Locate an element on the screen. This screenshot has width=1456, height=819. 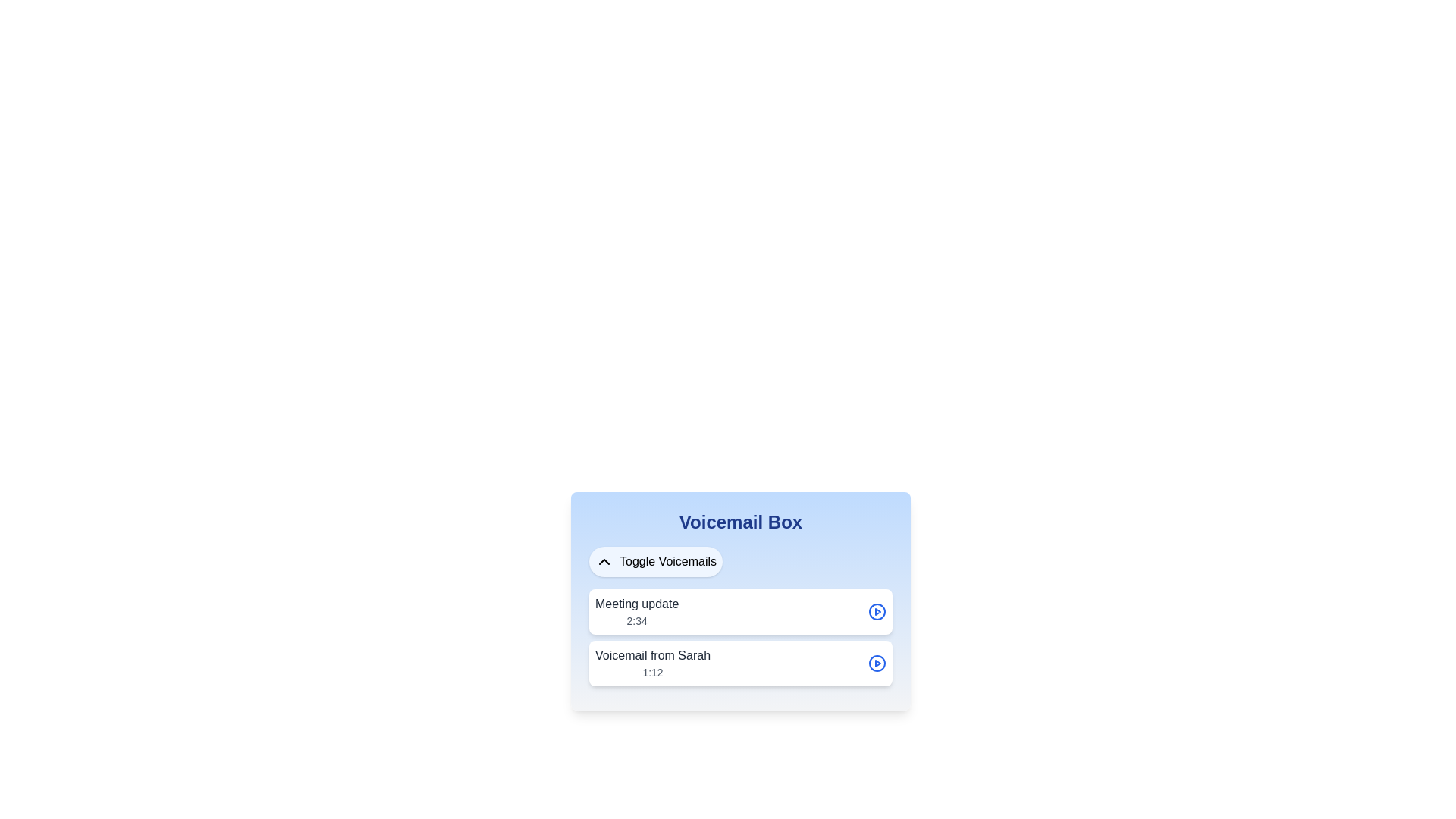
the bold text label reading 'Meeting update' in the voicemail list interface is located at coordinates (637, 604).